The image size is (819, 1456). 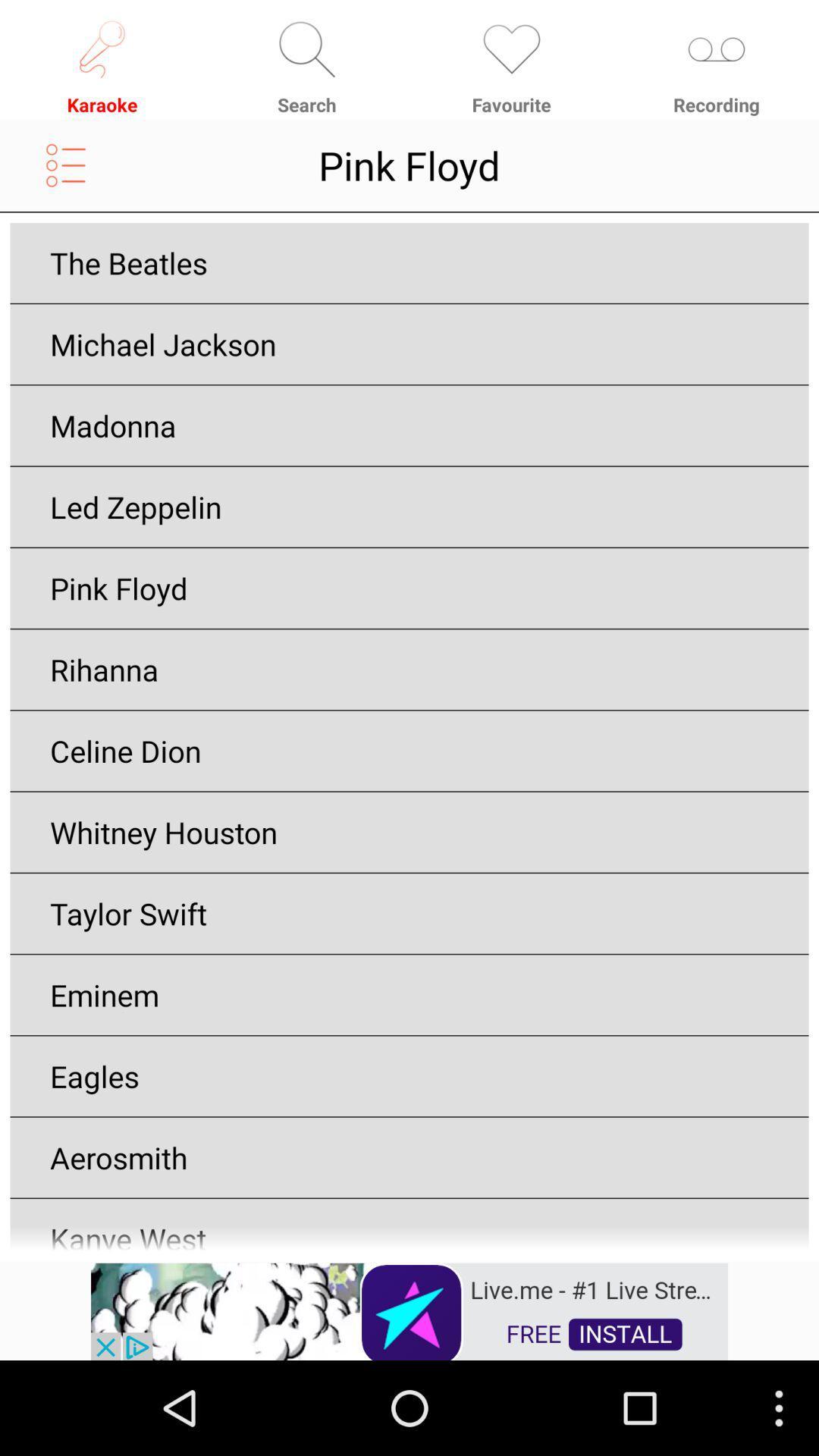 What do you see at coordinates (65, 177) in the screenshot?
I see `the list icon` at bounding box center [65, 177].